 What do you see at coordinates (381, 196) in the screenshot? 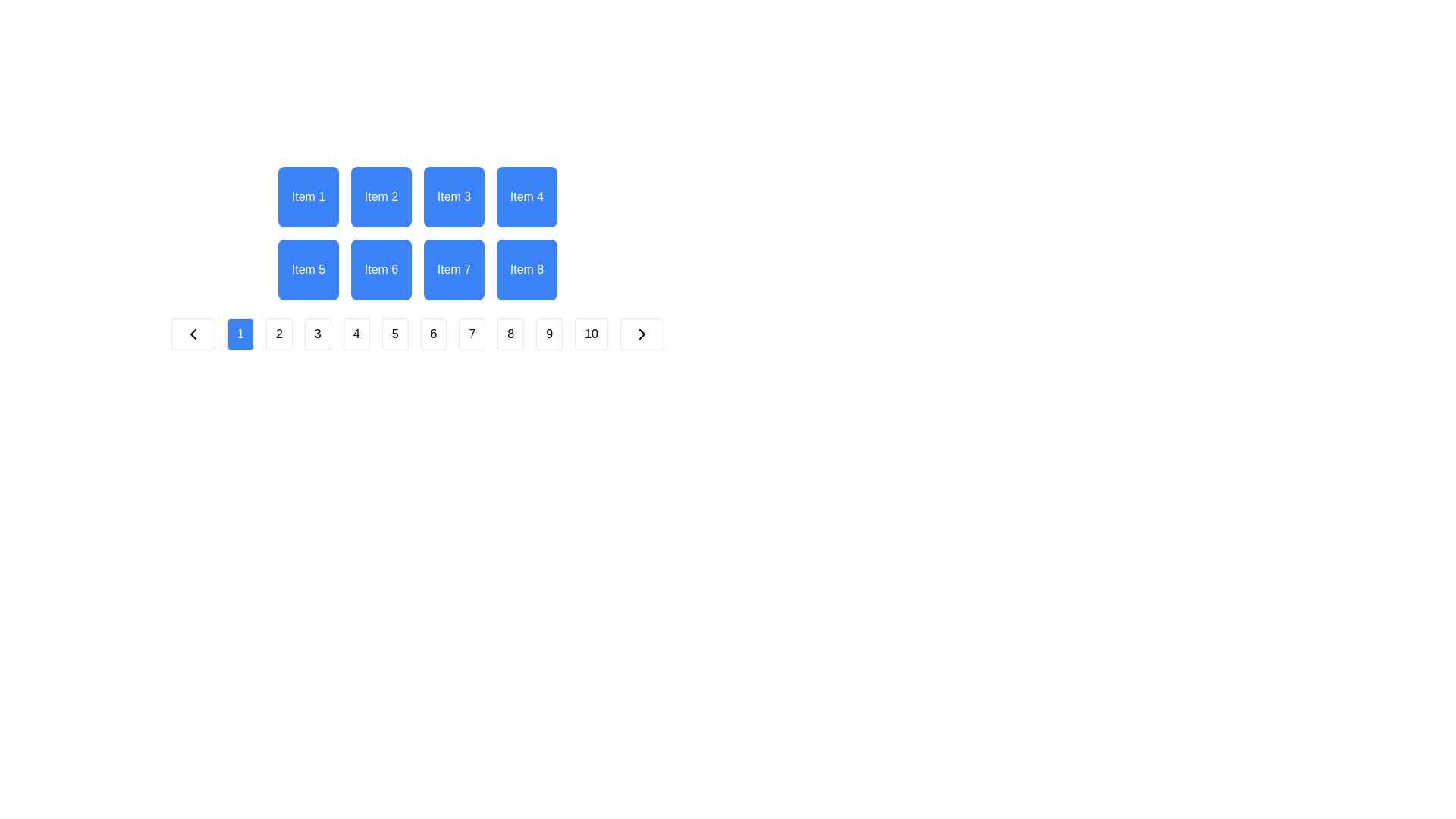
I see `the Static display block with a blue background and white text reading 'Item 2', located in the first row, second column of the grid` at bounding box center [381, 196].